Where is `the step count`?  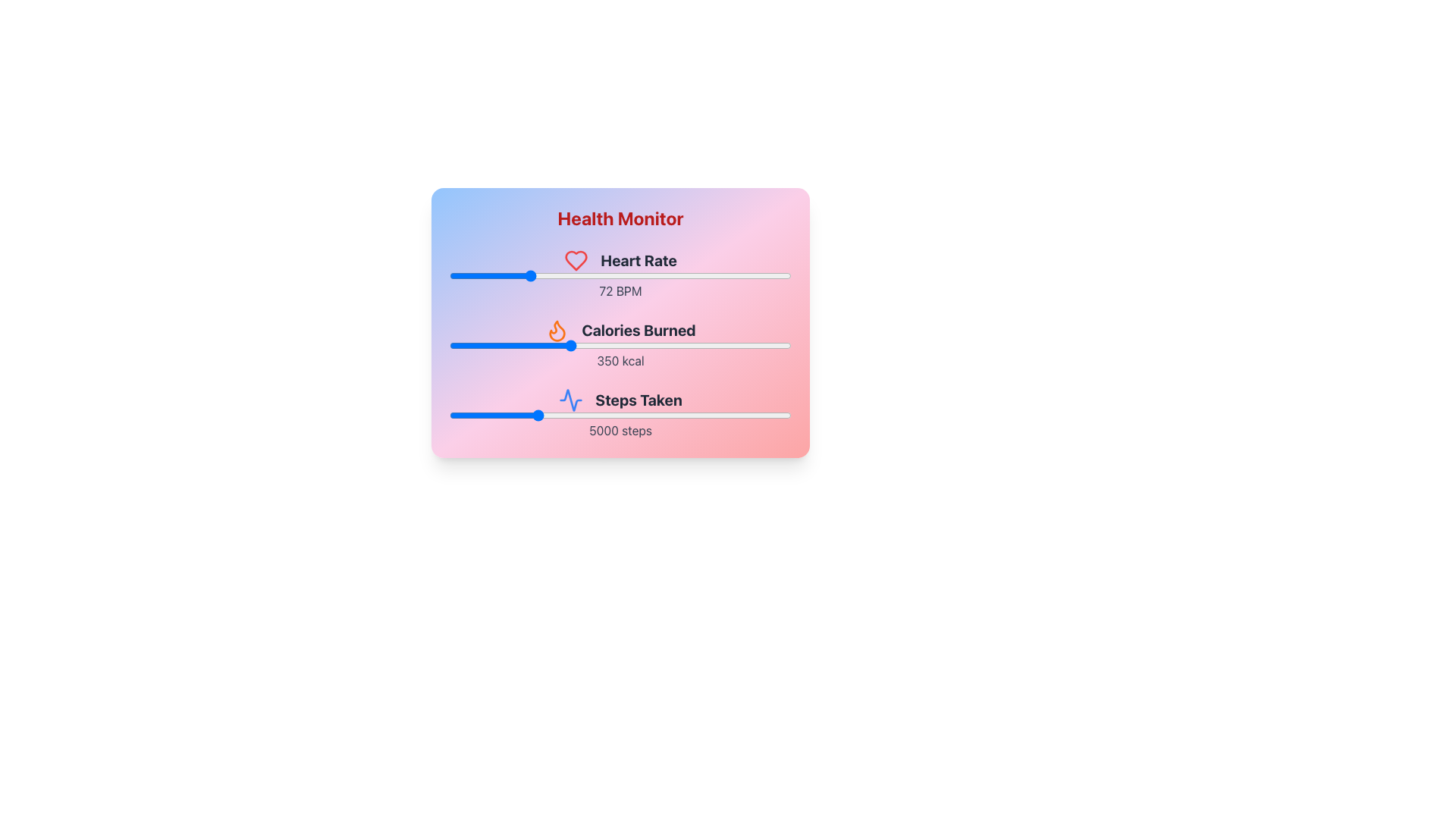
the step count is located at coordinates (780, 415).